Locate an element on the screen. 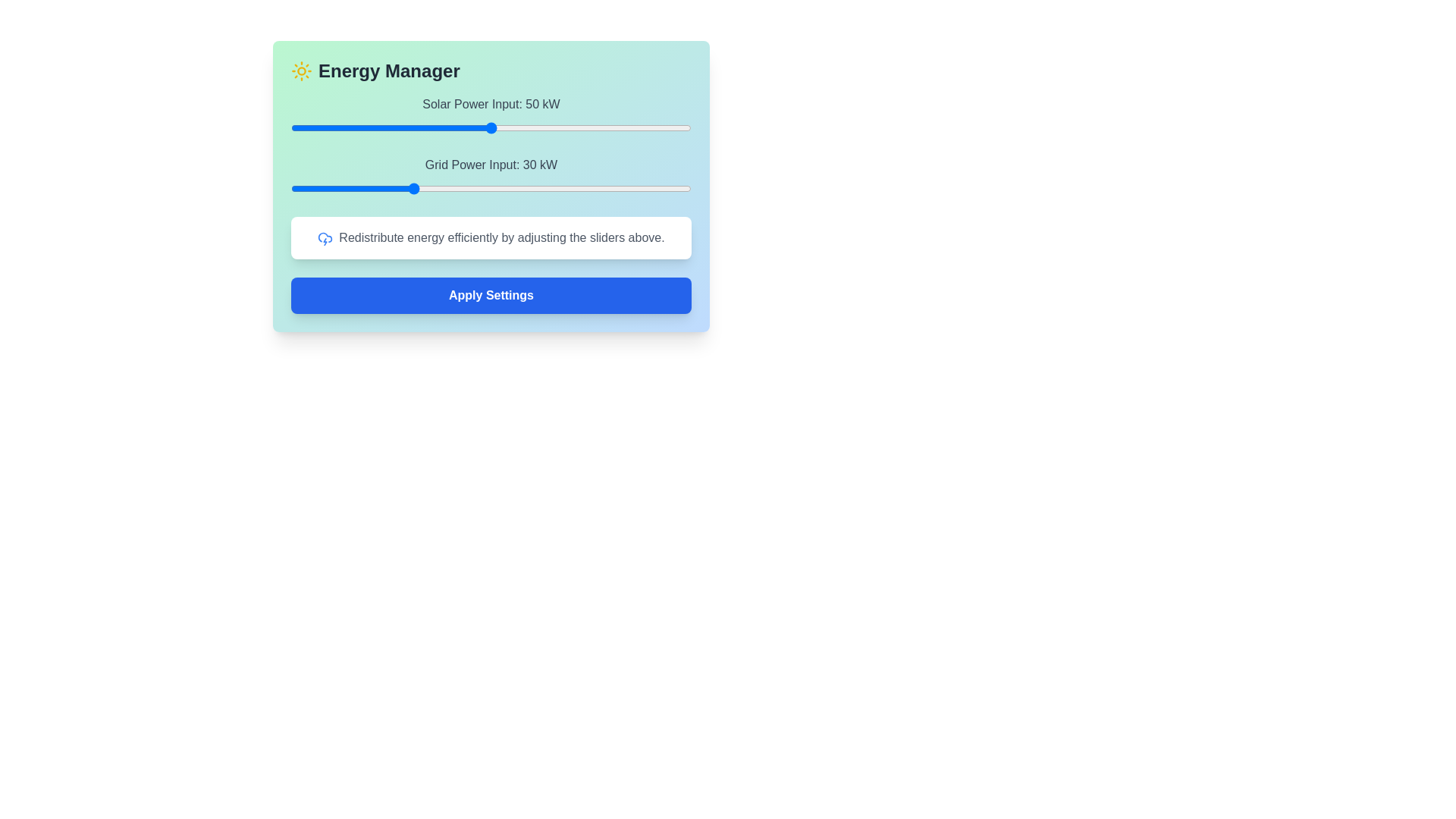 This screenshot has height=819, width=1456. the 'Apply Settings' button is located at coordinates (491, 295).